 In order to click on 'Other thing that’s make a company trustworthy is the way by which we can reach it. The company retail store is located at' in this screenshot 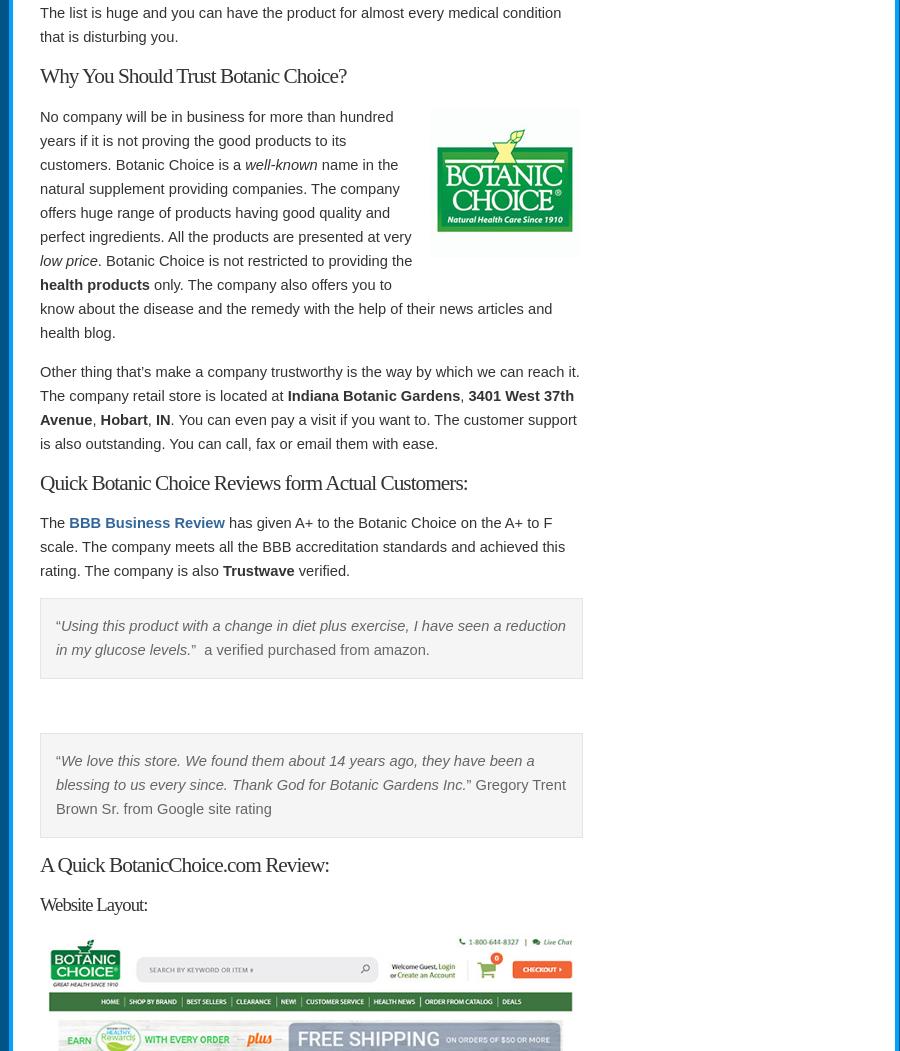, I will do `click(308, 381)`.